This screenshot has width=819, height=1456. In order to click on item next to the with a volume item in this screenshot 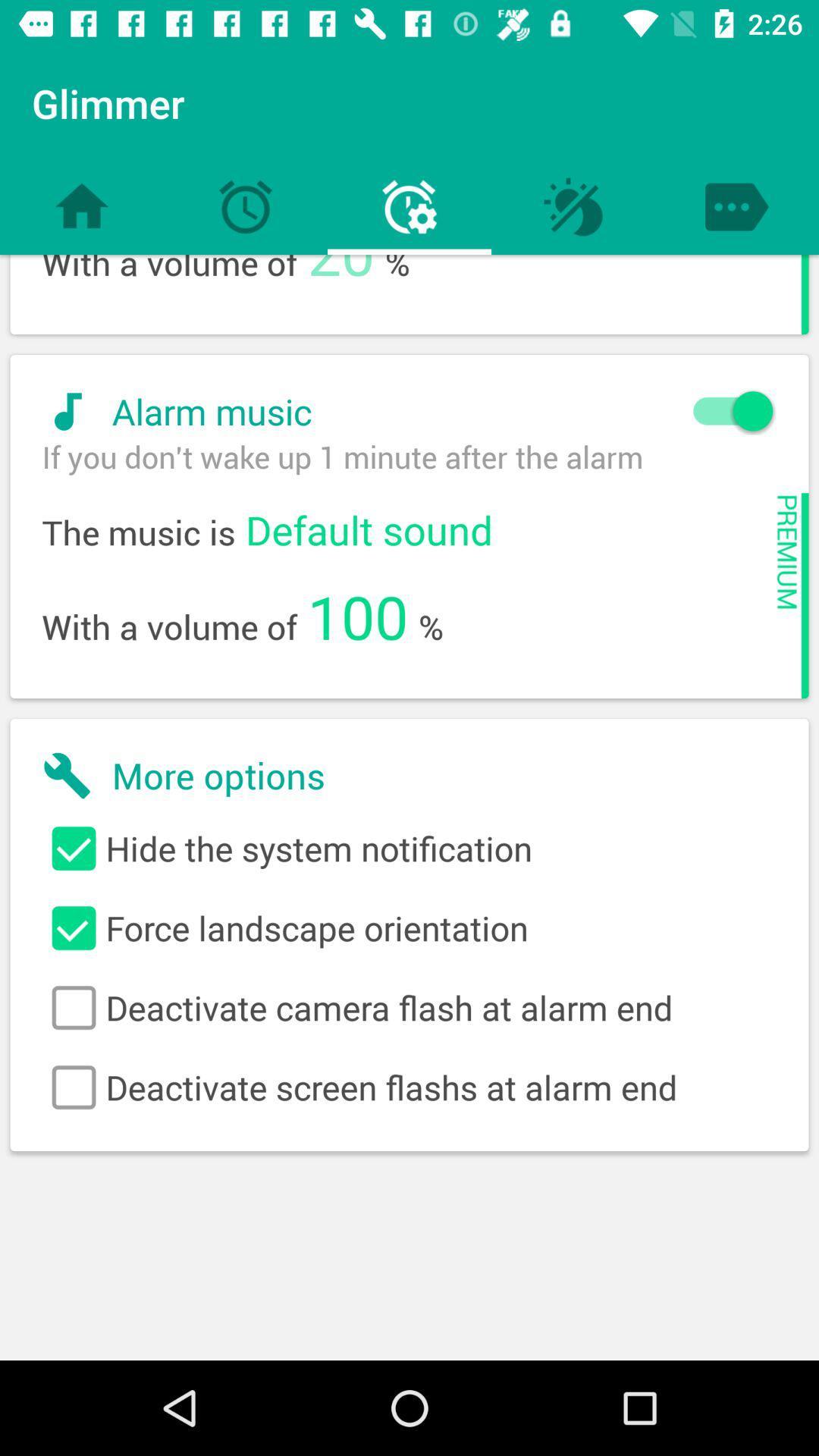, I will do `click(341, 278)`.